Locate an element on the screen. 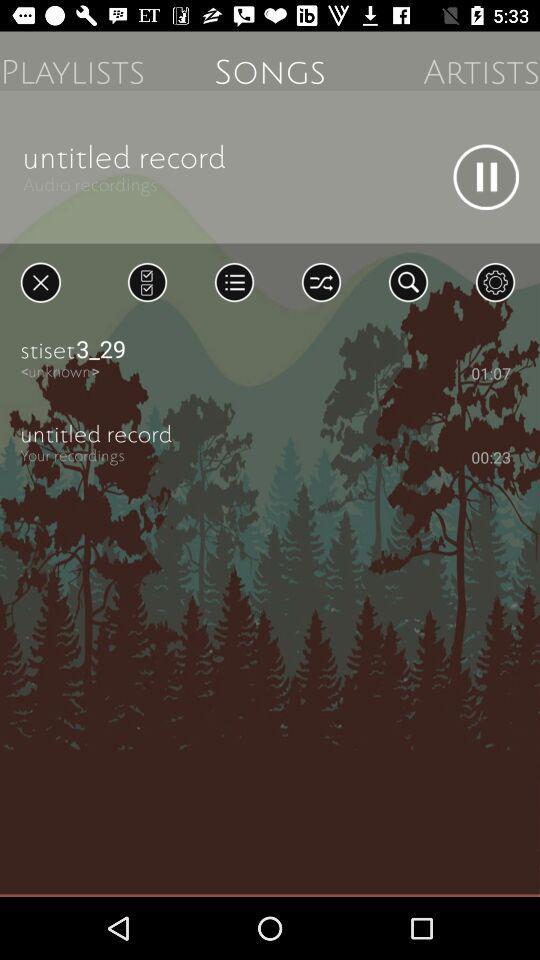  settings is located at coordinates (494, 281).